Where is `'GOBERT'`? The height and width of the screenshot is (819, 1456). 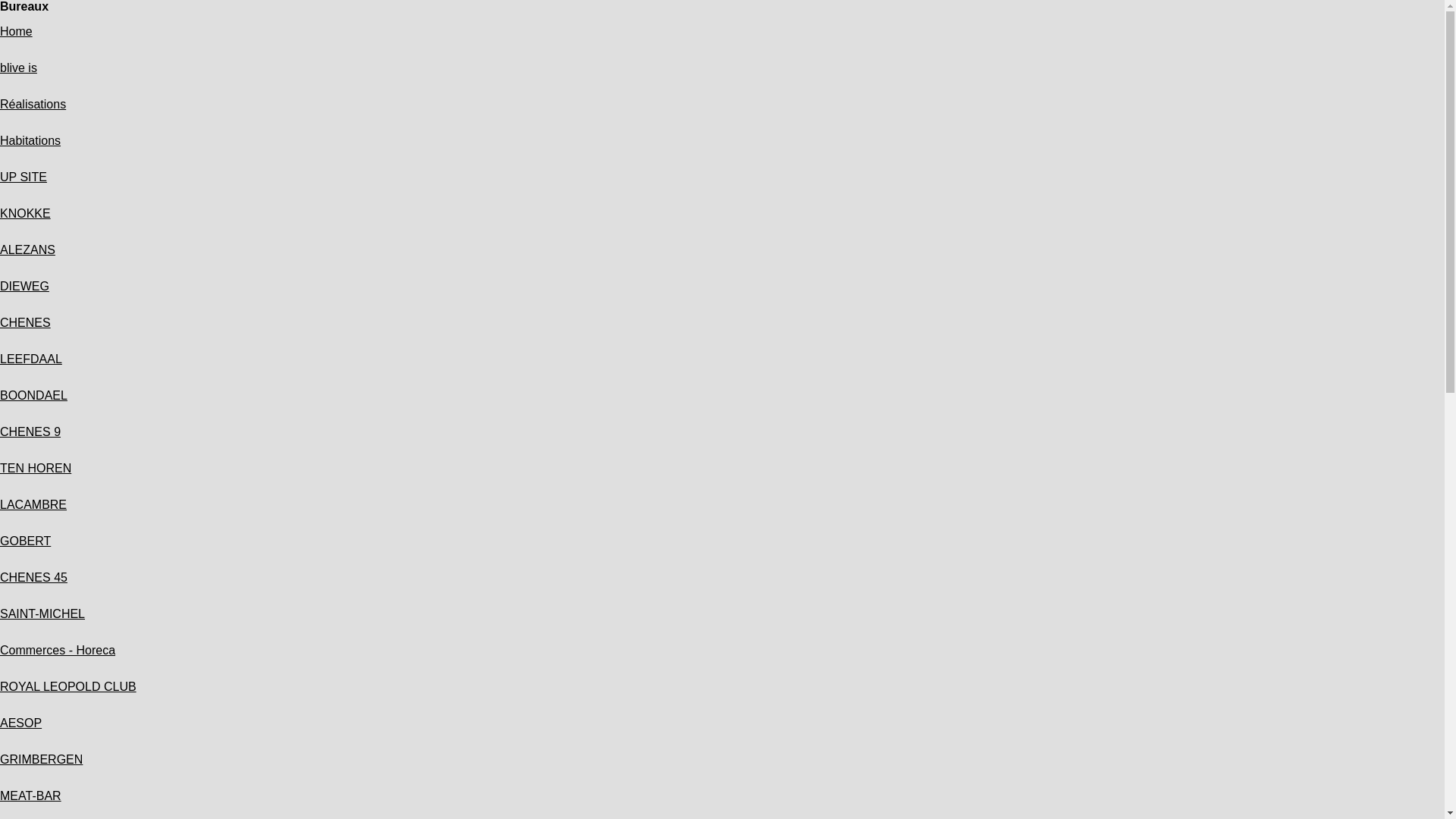 'GOBERT' is located at coordinates (25, 540).